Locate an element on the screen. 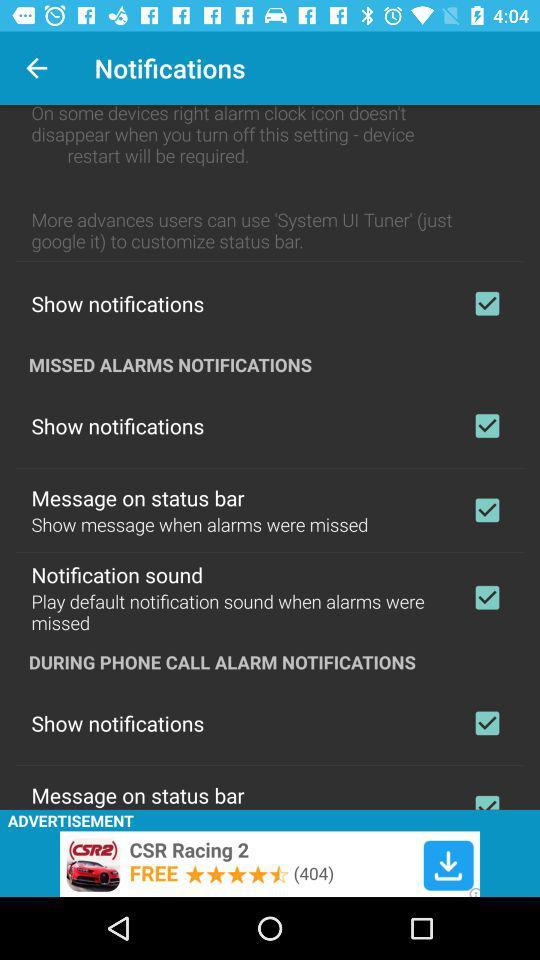 This screenshot has width=540, height=960. open link to advertisement is located at coordinates (270, 863).